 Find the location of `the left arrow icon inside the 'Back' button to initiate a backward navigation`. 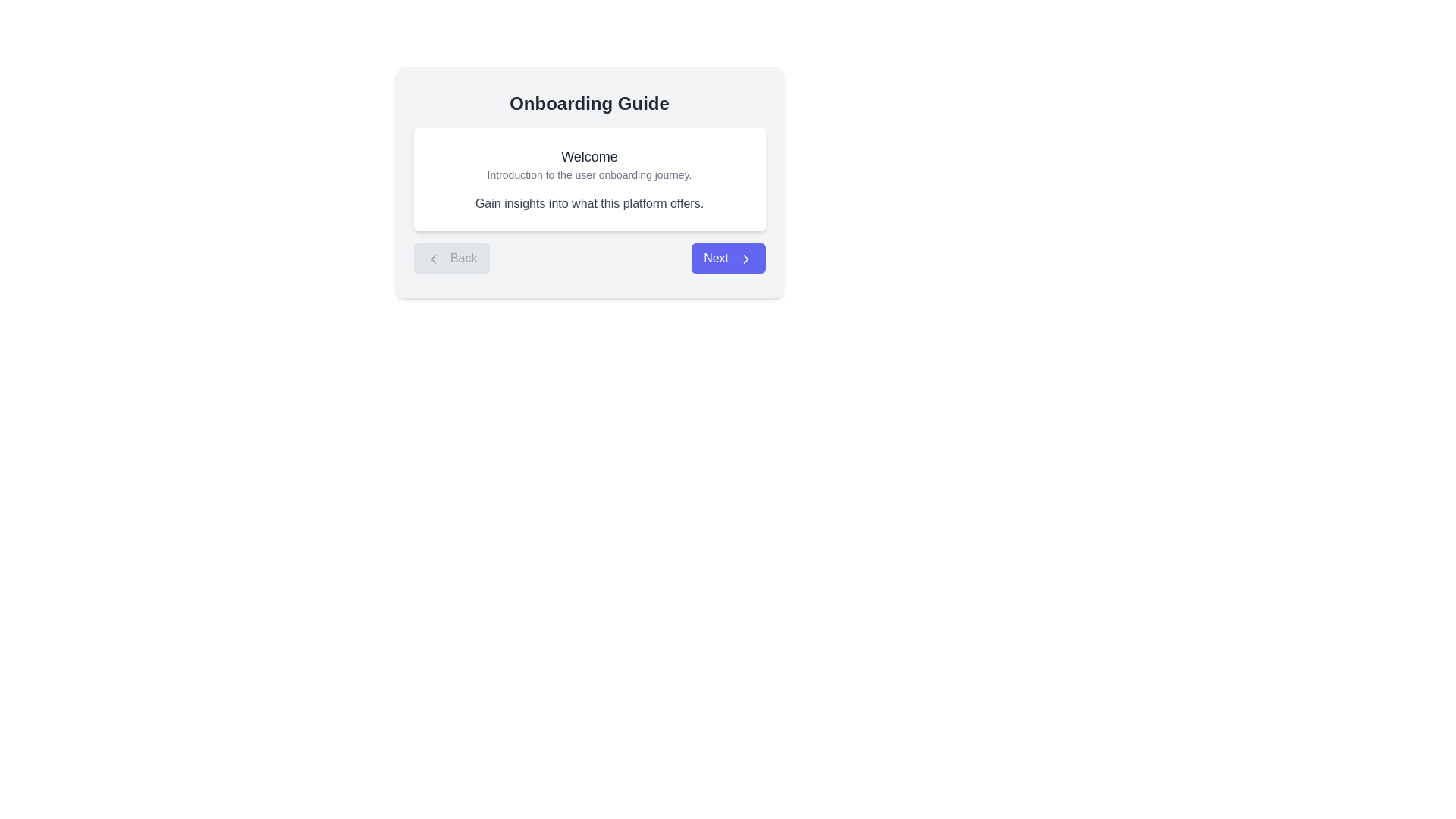

the left arrow icon inside the 'Back' button to initiate a backward navigation is located at coordinates (432, 258).